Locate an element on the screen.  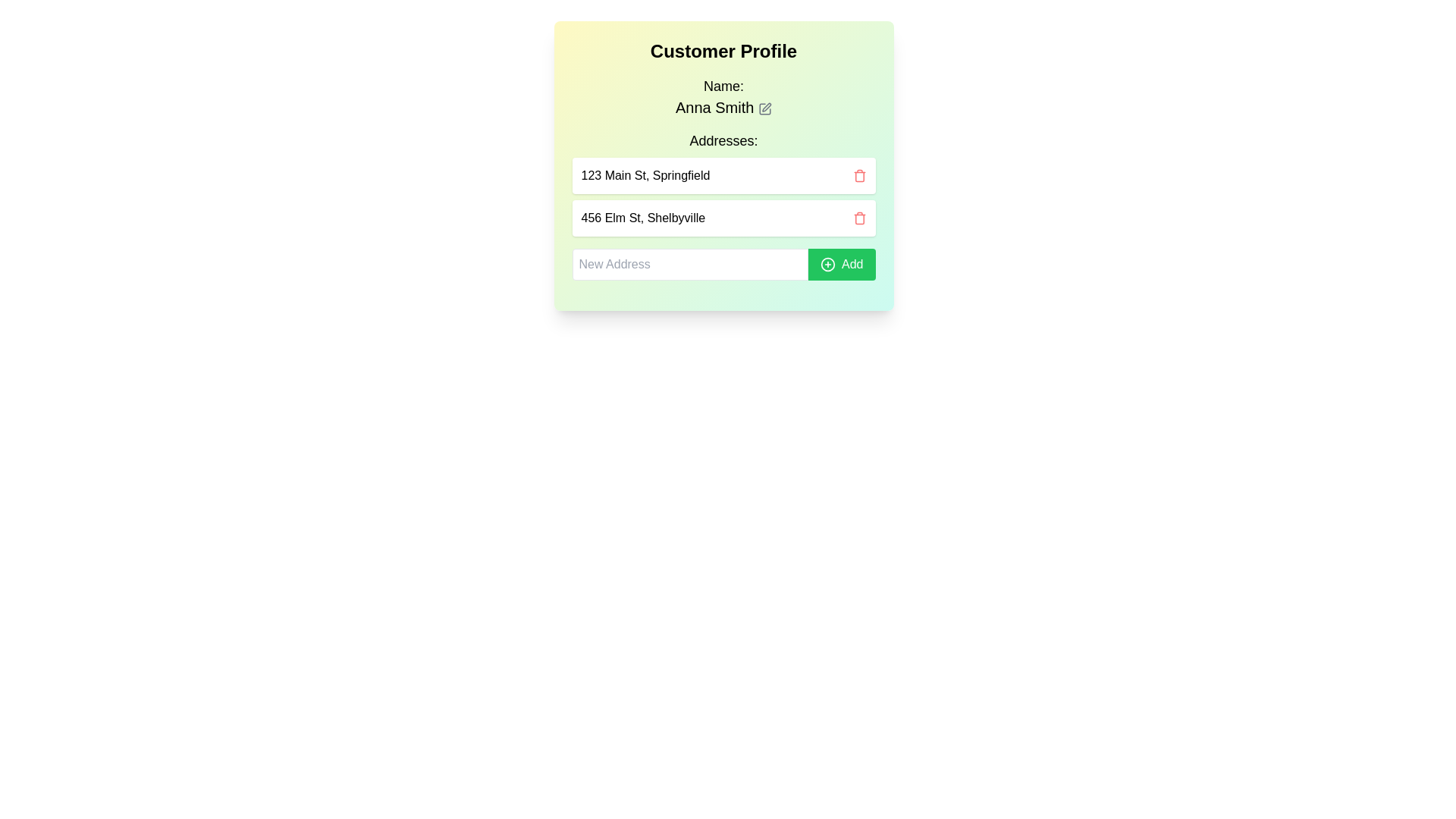
the red trash icon button located in the upper-right corner of the first address block is located at coordinates (859, 174).